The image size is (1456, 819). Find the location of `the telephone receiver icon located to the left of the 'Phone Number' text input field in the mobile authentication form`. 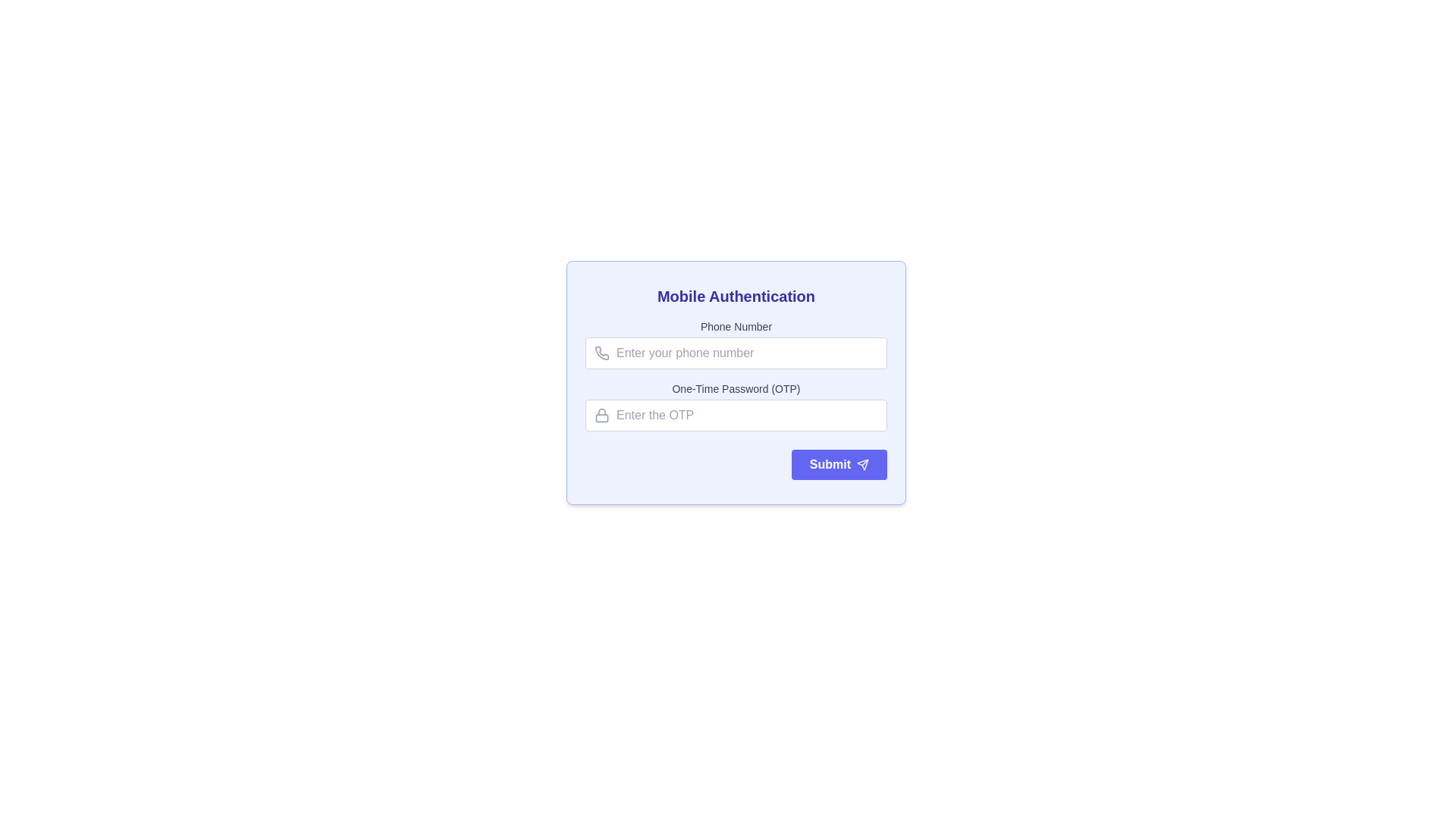

the telephone receiver icon located to the left of the 'Phone Number' text input field in the mobile authentication form is located at coordinates (601, 353).